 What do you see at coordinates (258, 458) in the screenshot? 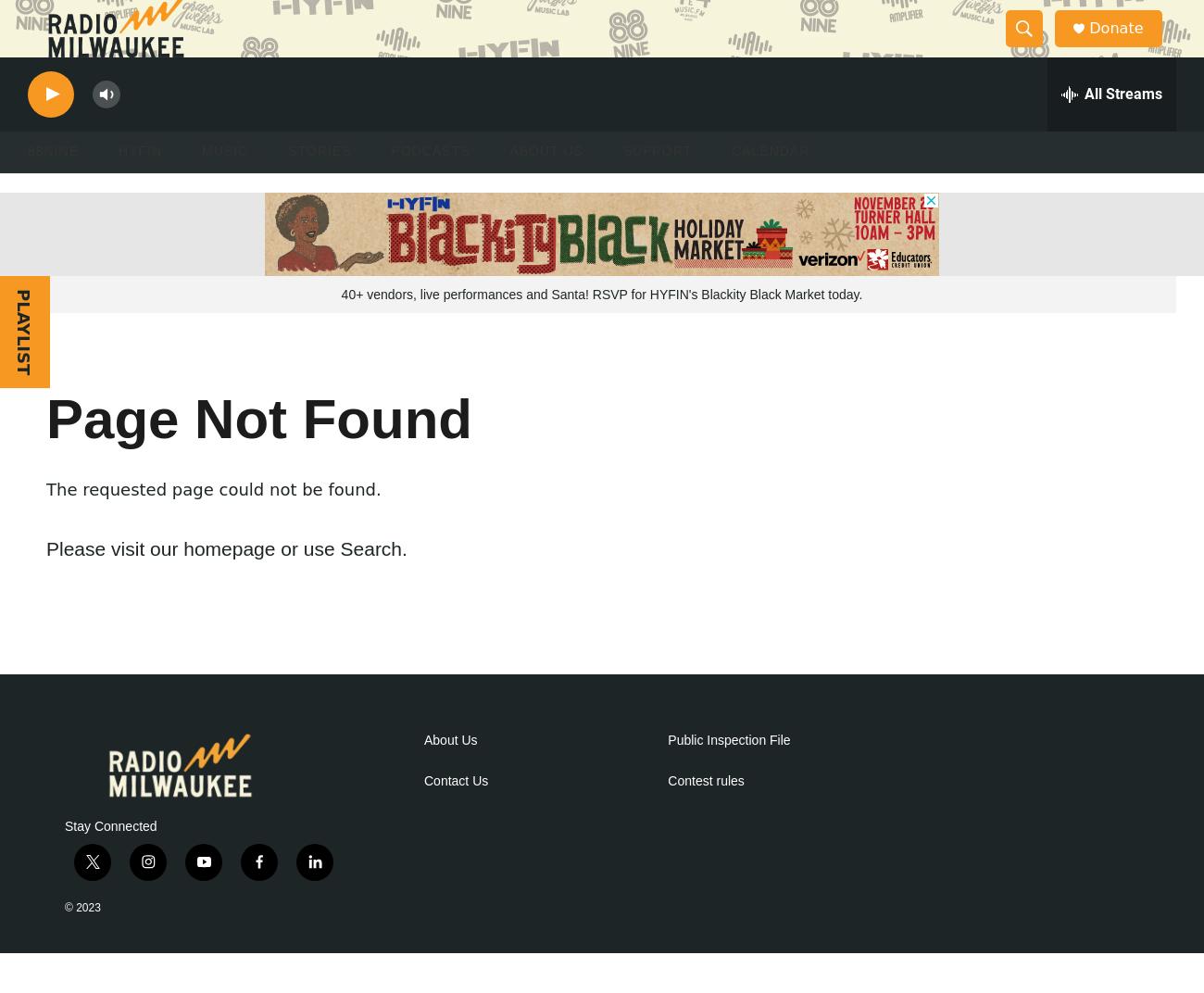
I see `'Page Not Found'` at bounding box center [258, 458].